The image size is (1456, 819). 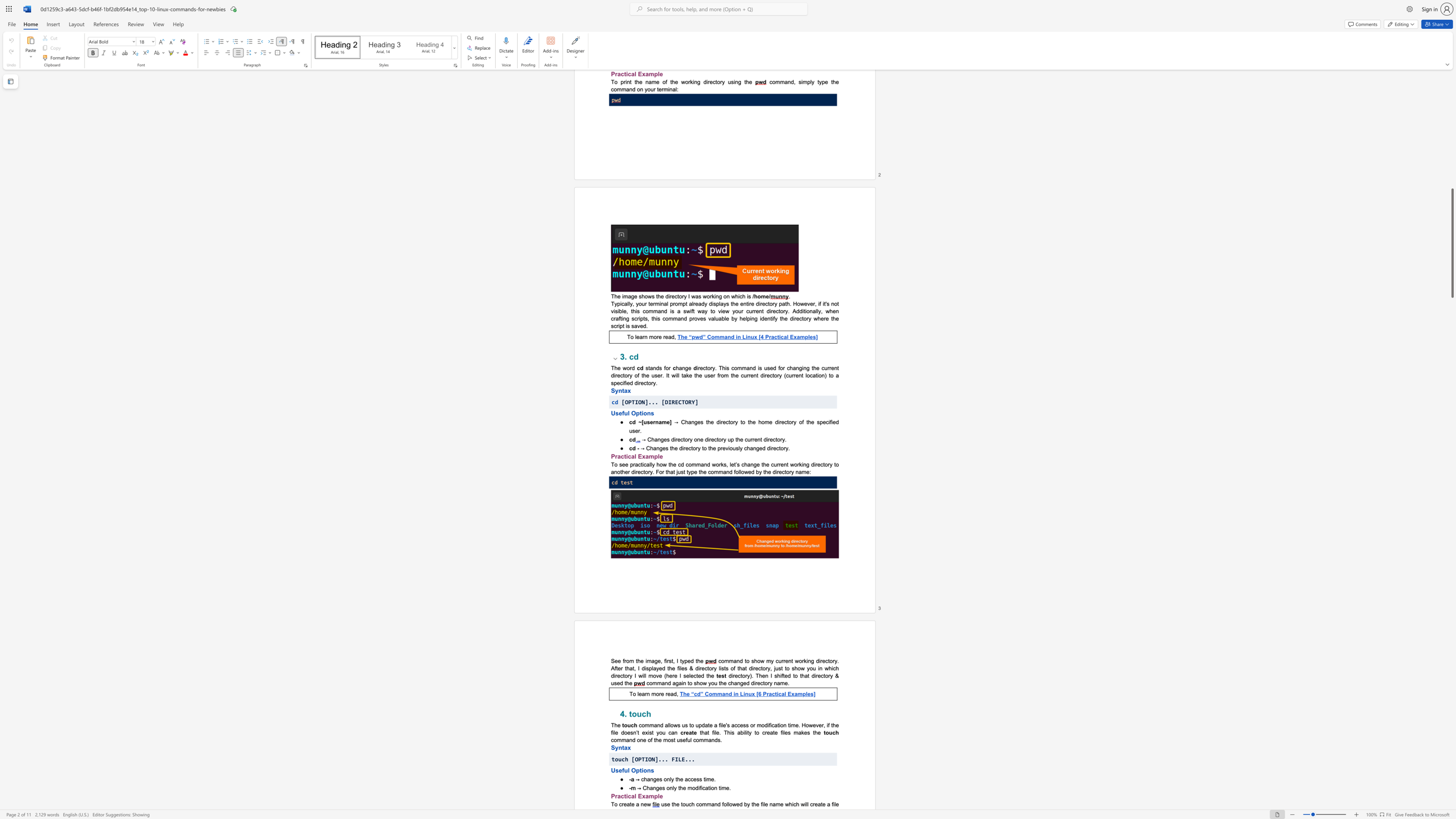 What do you see at coordinates (627, 683) in the screenshot?
I see `the 4th character "h" in the text` at bounding box center [627, 683].